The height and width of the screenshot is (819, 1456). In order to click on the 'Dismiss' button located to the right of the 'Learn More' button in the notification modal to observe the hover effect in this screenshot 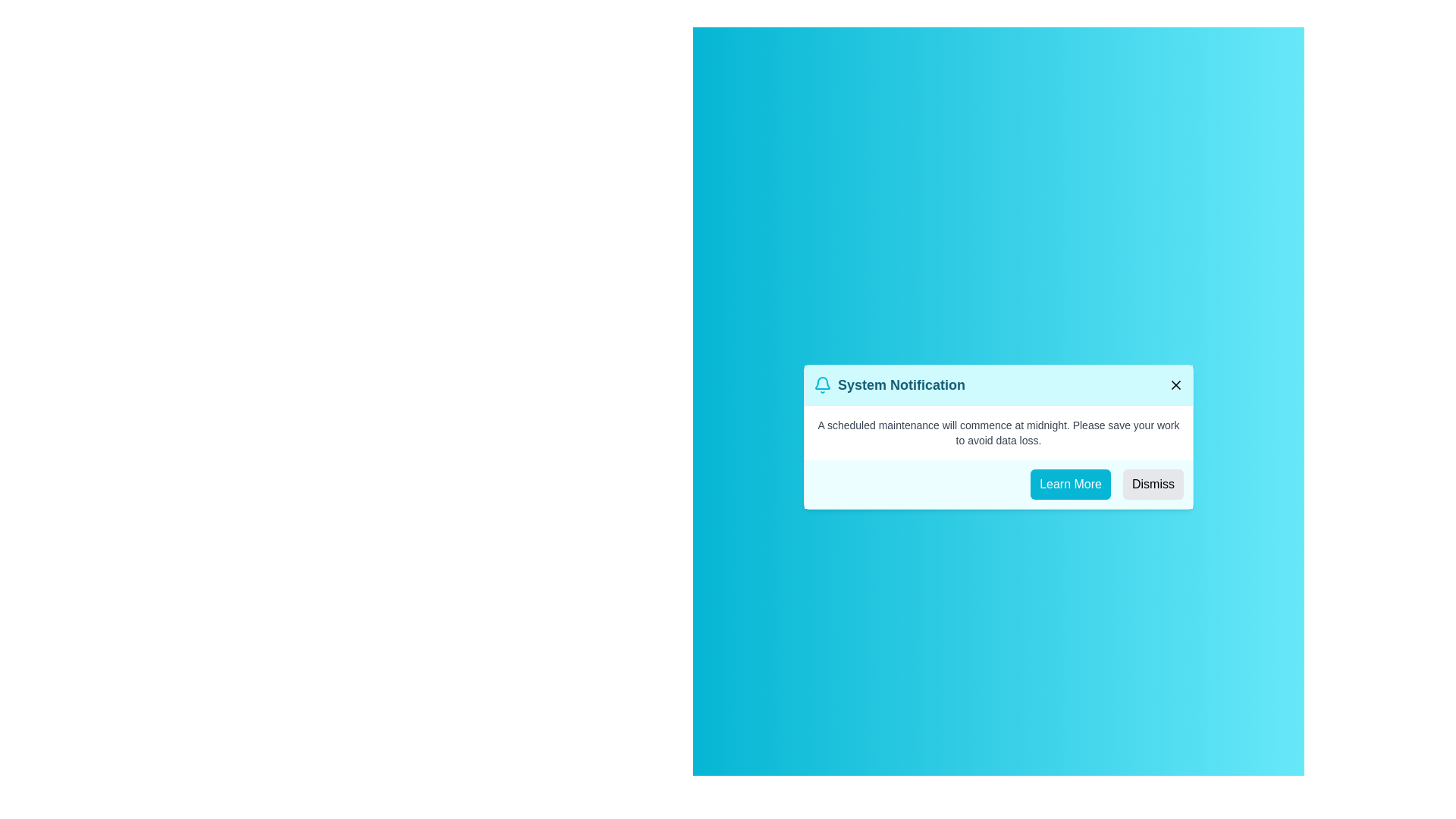, I will do `click(1153, 483)`.